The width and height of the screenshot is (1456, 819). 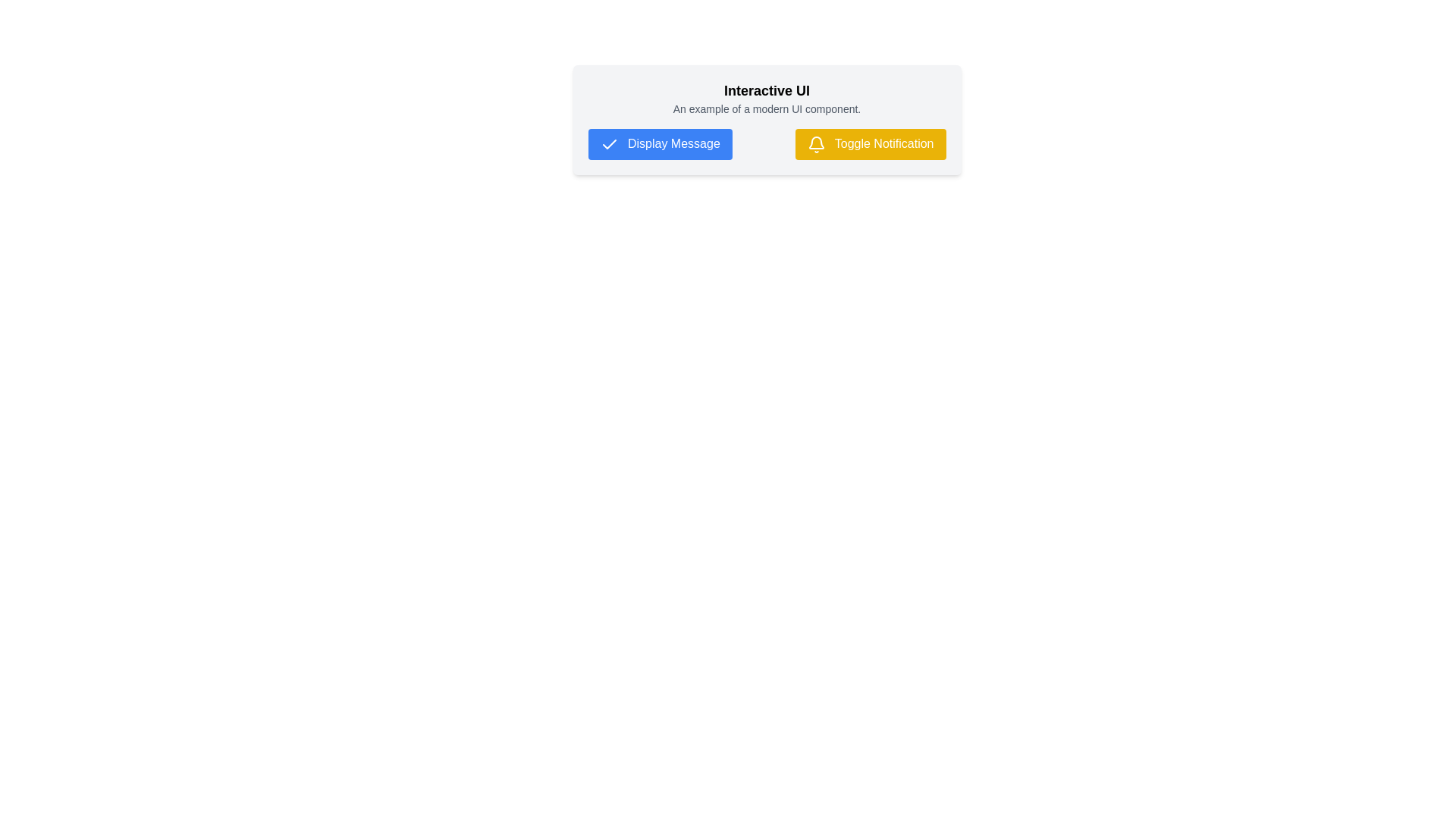 What do you see at coordinates (767, 99) in the screenshot?
I see `the Static Text Display that contains the bold text 'Interactive UI' and the subordinate text 'An example of a modern UI component.'` at bounding box center [767, 99].